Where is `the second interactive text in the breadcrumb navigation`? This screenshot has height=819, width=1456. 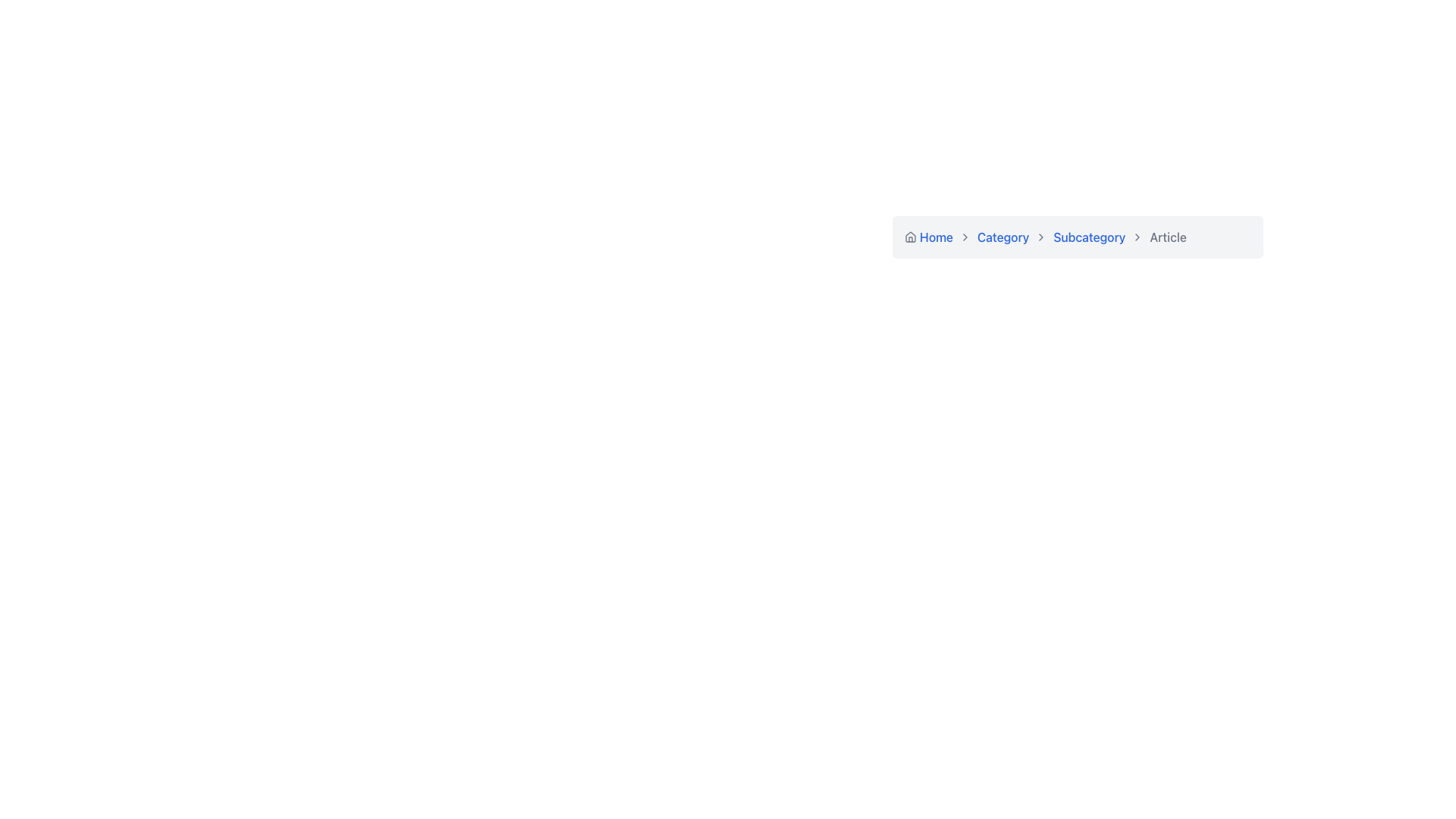 the second interactive text in the breadcrumb navigation is located at coordinates (1003, 237).